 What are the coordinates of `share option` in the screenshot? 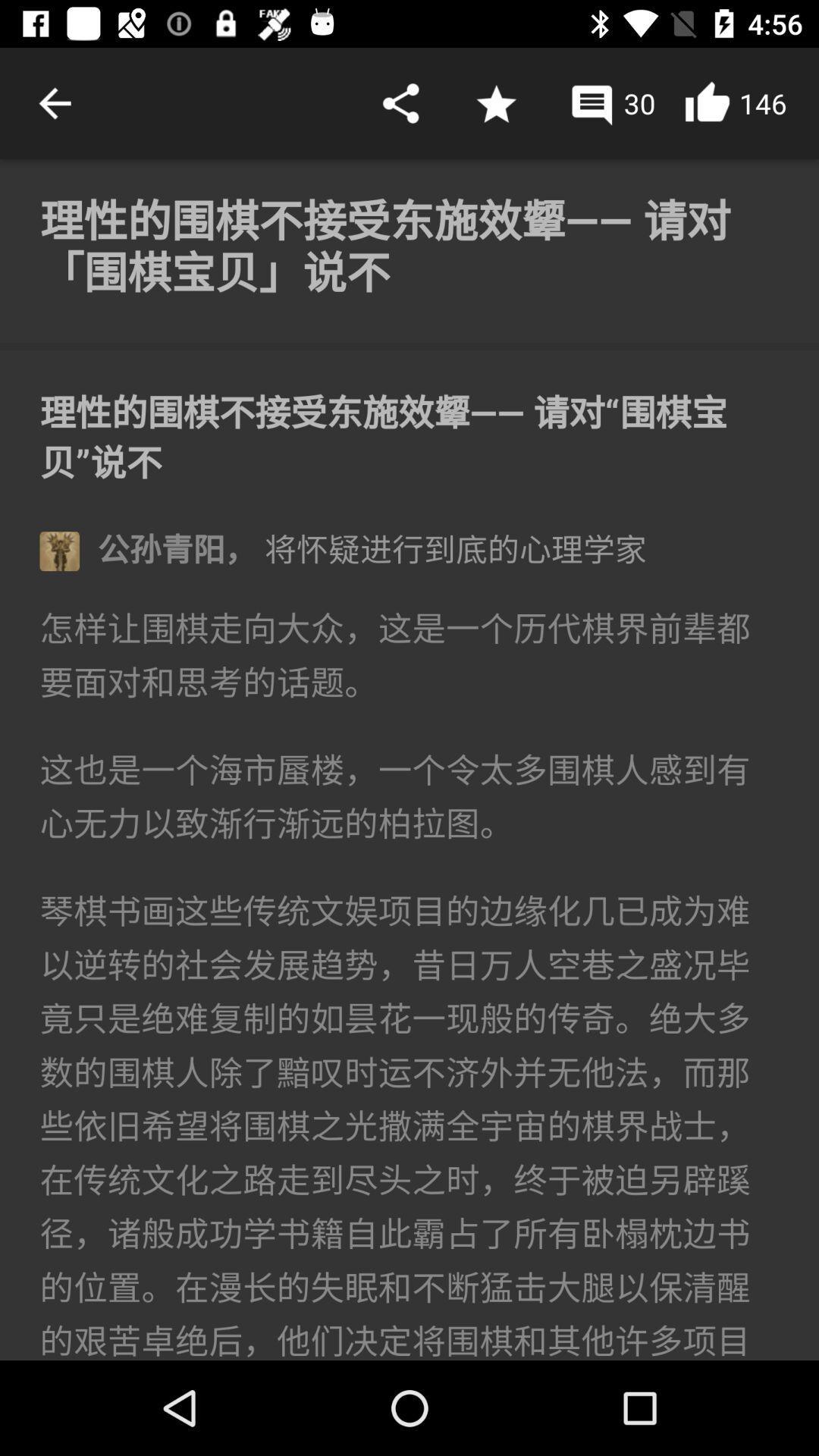 It's located at (400, 102).